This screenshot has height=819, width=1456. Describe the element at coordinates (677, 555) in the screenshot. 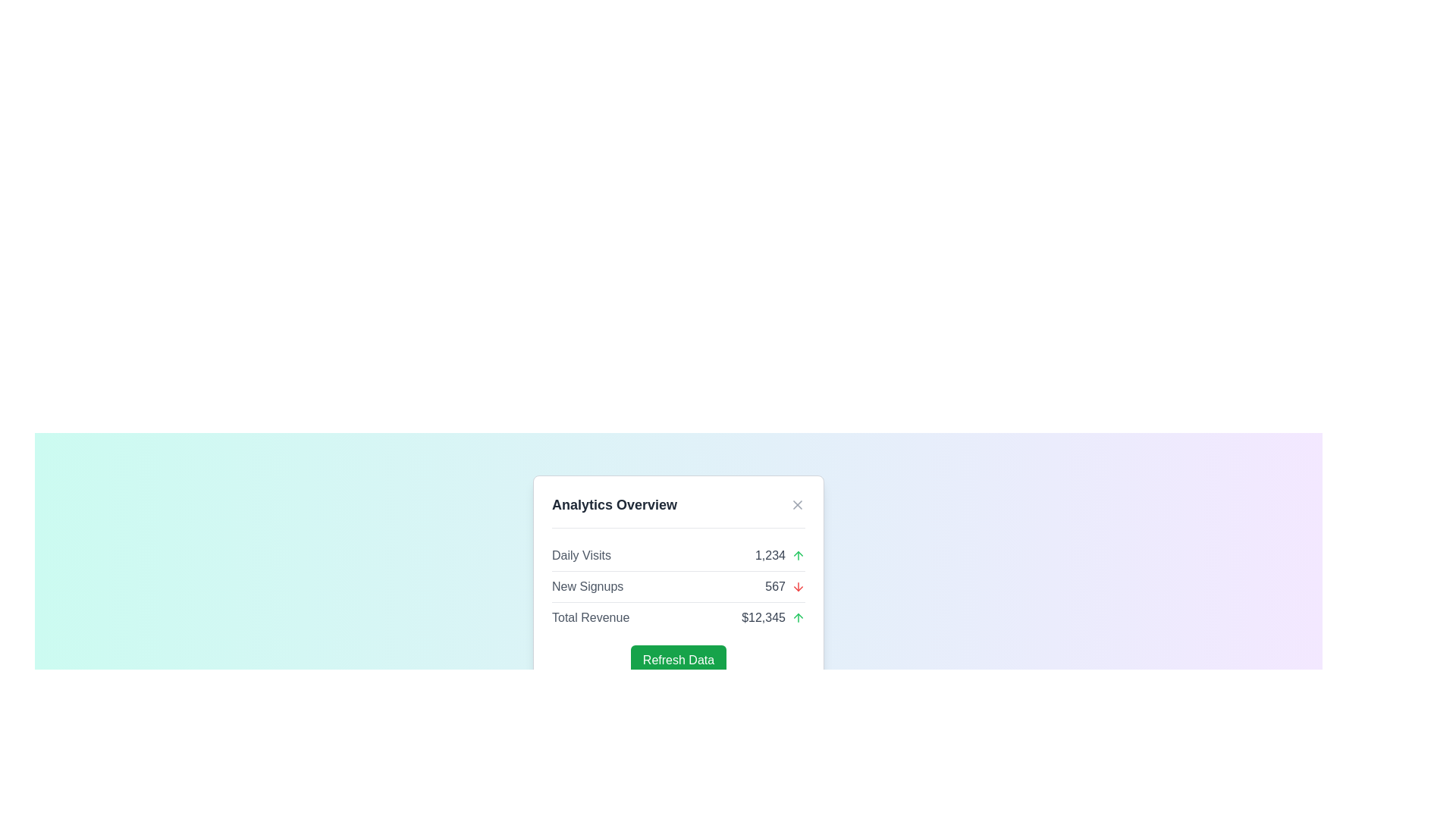

I see `the Informational row that displays the number of daily visits with a green upward arrow, located directly below the 'Analytics Overview' title` at that location.